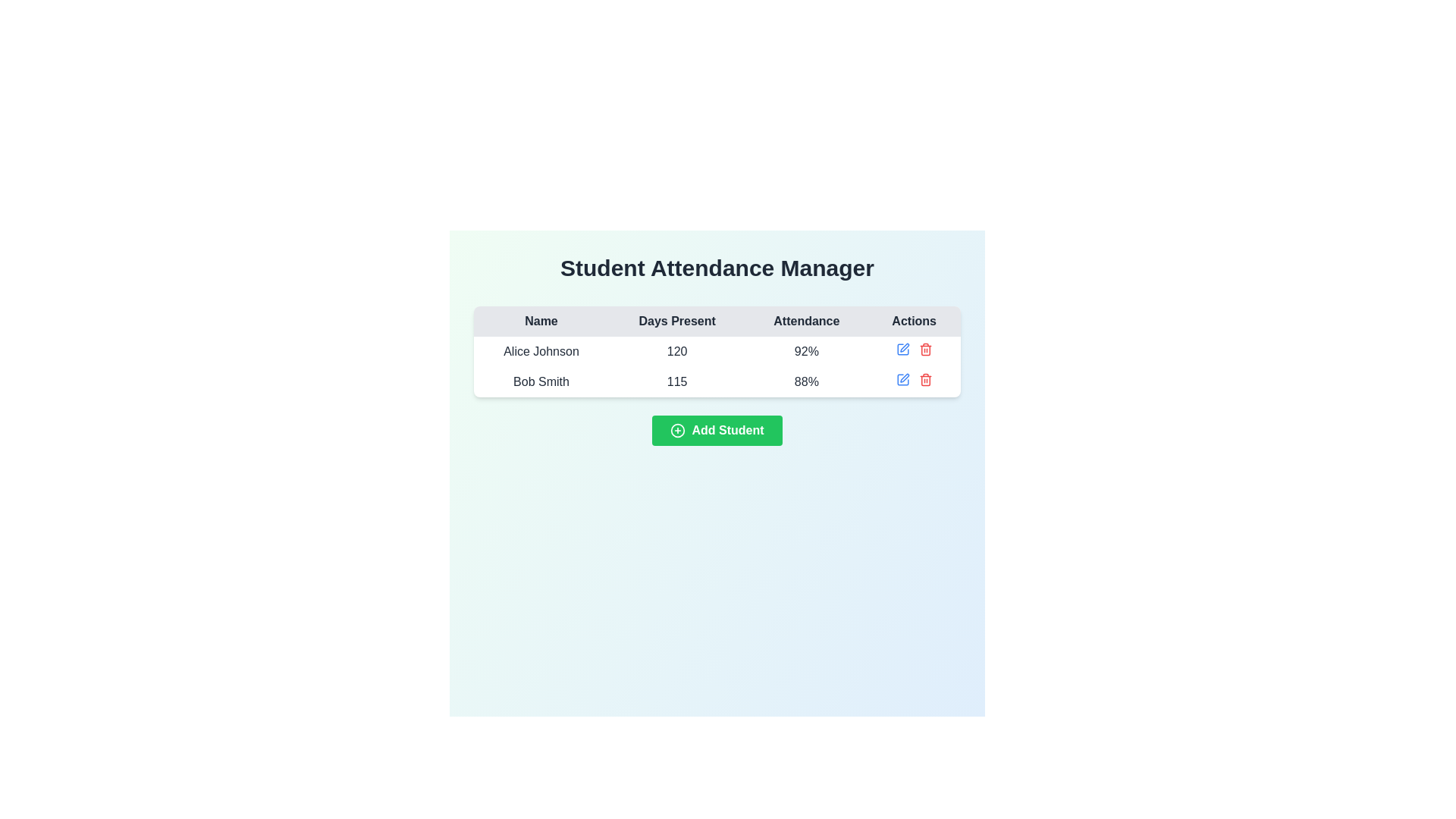  I want to click on the text label displaying the number '115' in the 'Days Present' column of the data table for 'Bob Smith', so click(676, 381).